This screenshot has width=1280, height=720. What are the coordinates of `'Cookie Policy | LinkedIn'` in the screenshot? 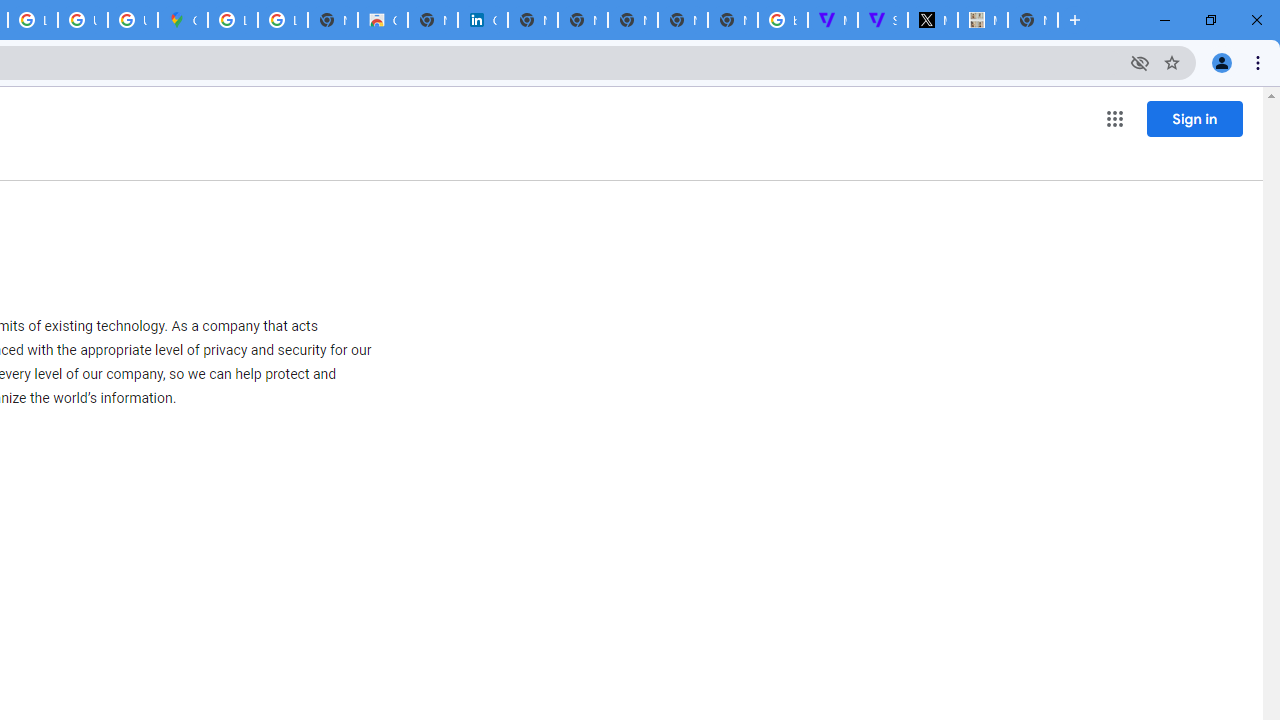 It's located at (483, 20).